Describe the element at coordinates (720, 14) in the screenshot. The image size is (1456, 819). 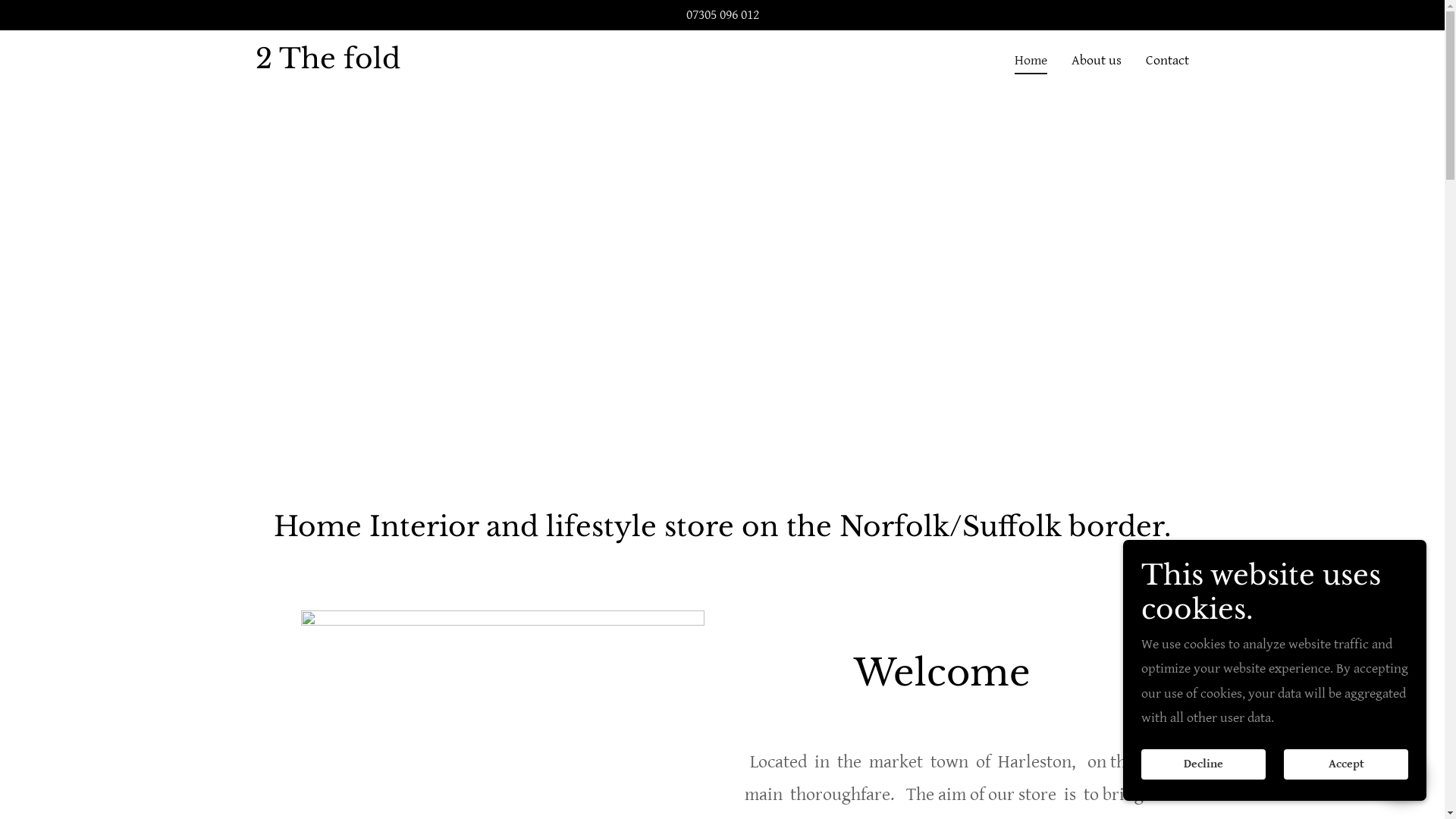
I see `'07305 096 012'` at that location.